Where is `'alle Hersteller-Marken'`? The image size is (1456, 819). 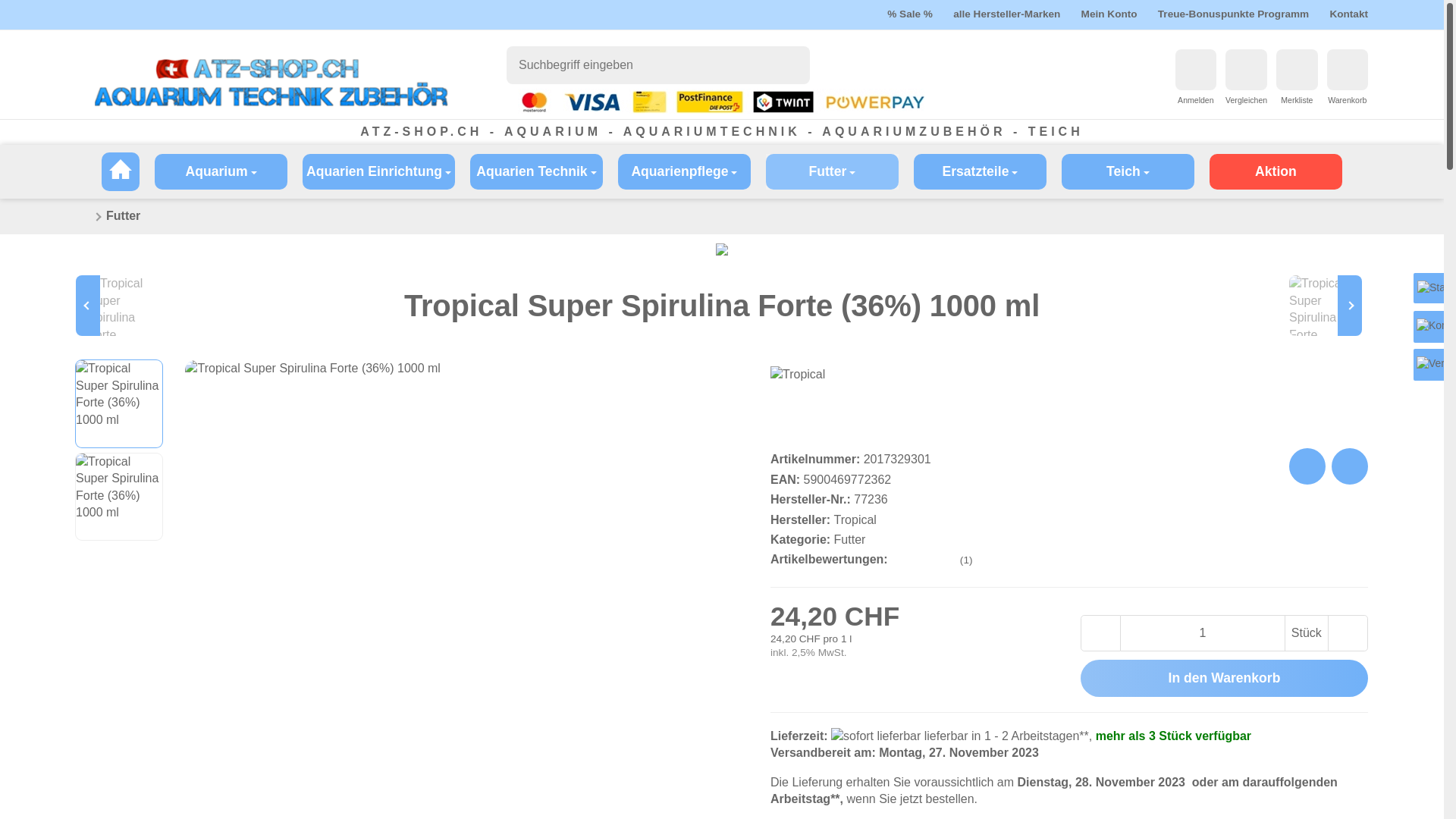 'alle Hersteller-Marken' is located at coordinates (1006, 14).